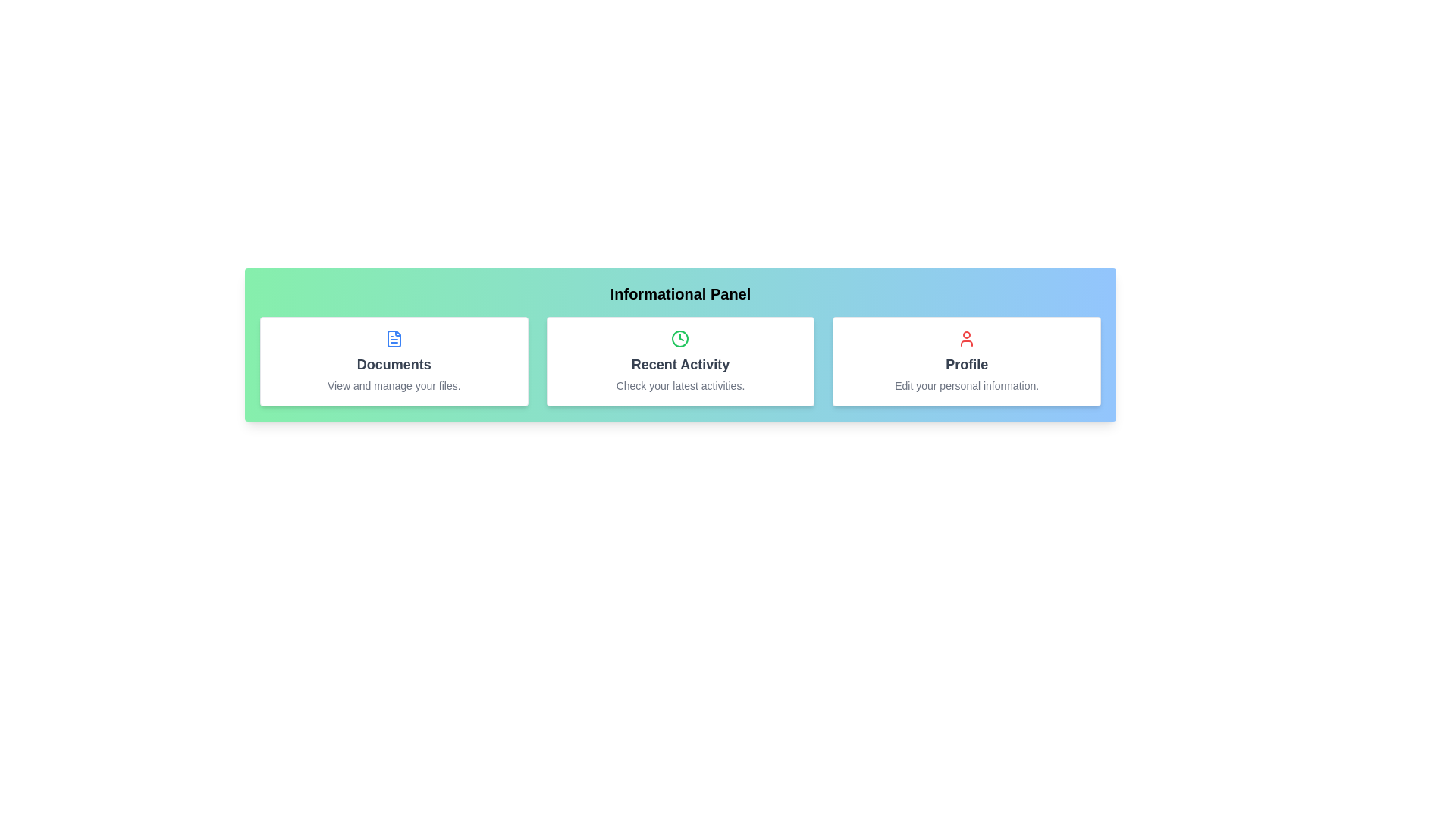 Image resolution: width=1456 pixels, height=819 pixels. What do you see at coordinates (679, 362) in the screenshot?
I see `the card labeled Recent Activity to observe its hover effect` at bounding box center [679, 362].